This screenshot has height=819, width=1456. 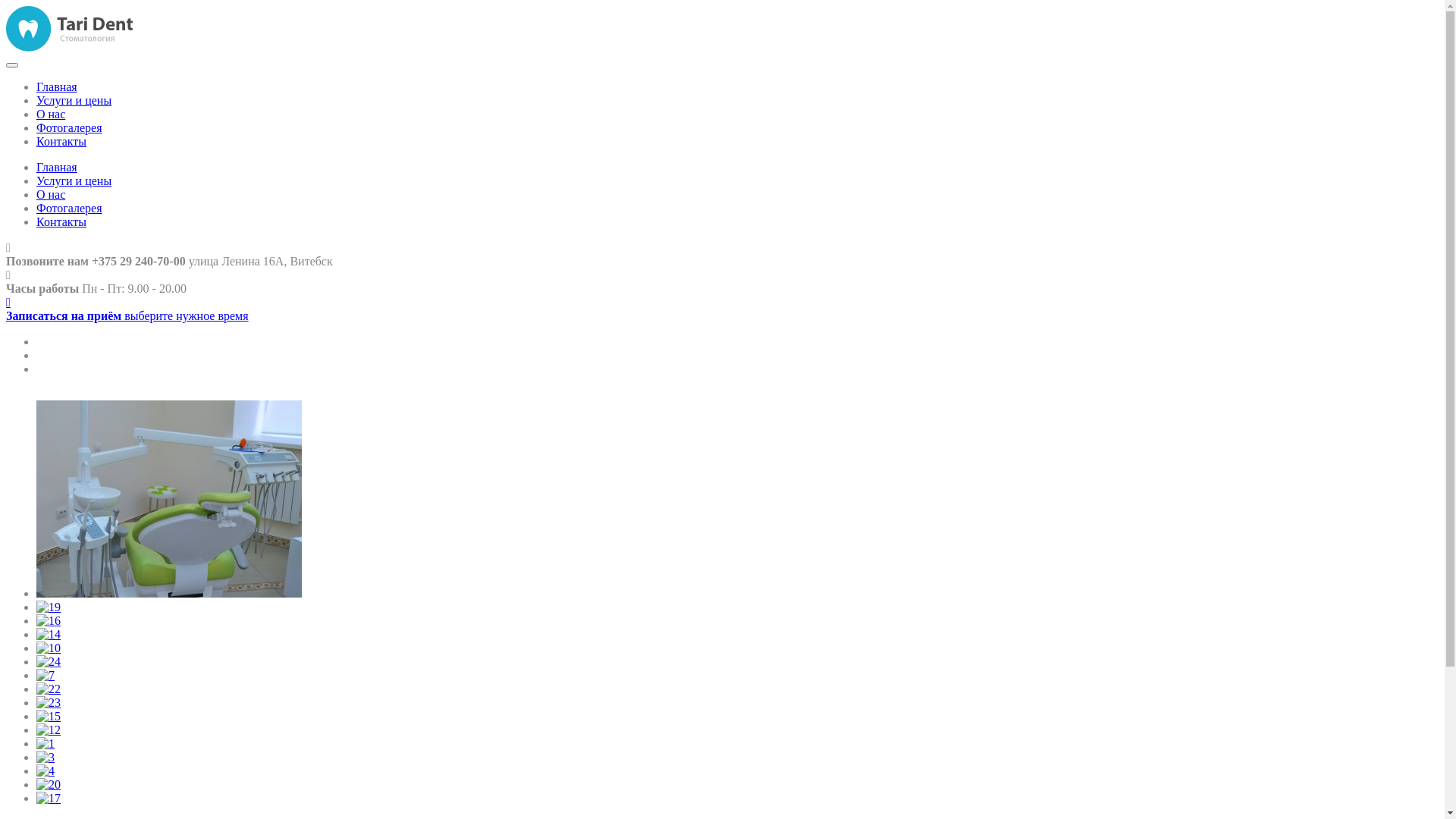 What do you see at coordinates (48, 607) in the screenshot?
I see `'19'` at bounding box center [48, 607].